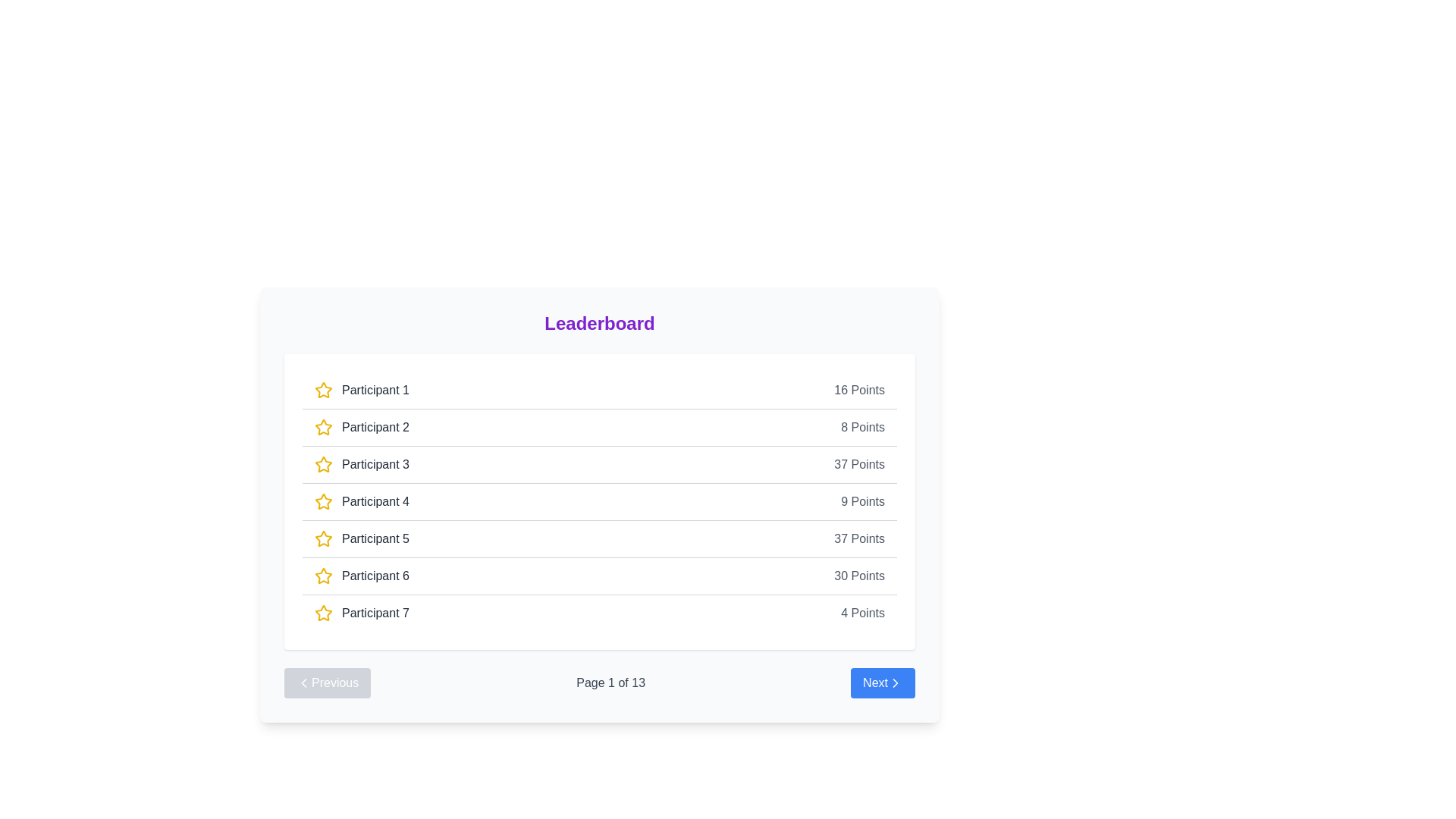 The width and height of the screenshot is (1456, 819). What do you see at coordinates (303, 683) in the screenshot?
I see `the backward navigation icon located at the leftmost side of the 'Previous' button in the pagination control` at bounding box center [303, 683].